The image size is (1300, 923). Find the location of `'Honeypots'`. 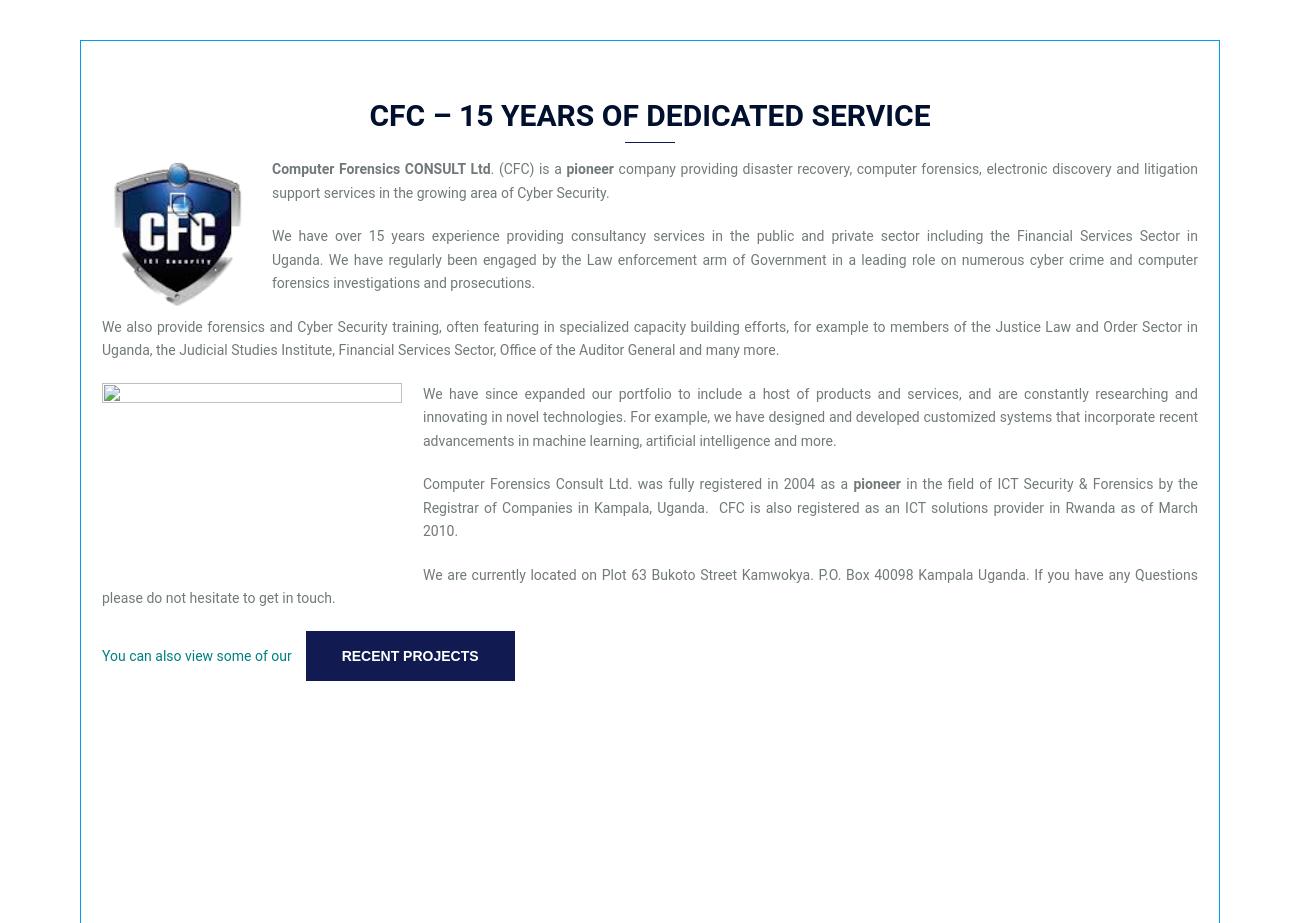

'Honeypots' is located at coordinates (78, 594).